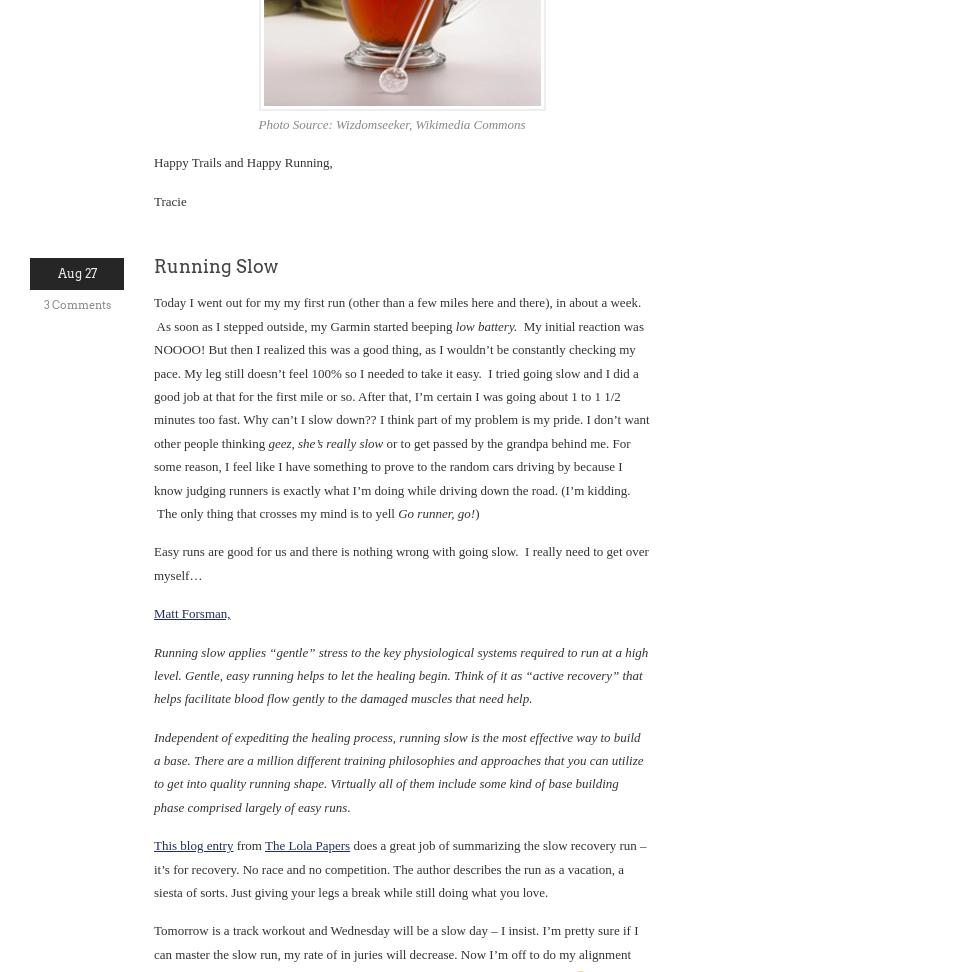 The width and height of the screenshot is (960, 972). Describe the element at coordinates (152, 199) in the screenshot. I see `'Tracie'` at that location.